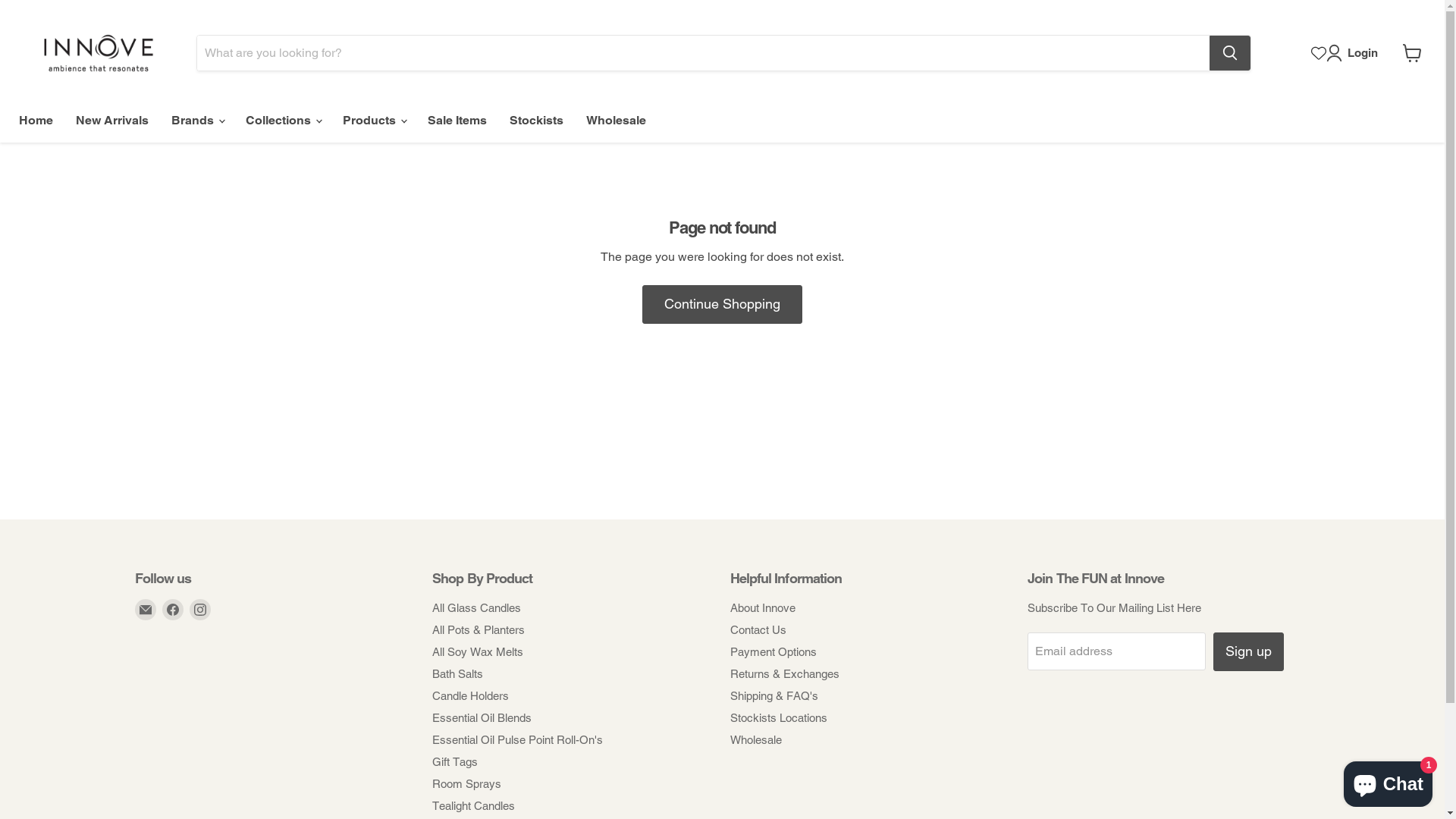 This screenshot has width=1456, height=819. What do you see at coordinates (1339, 780) in the screenshot?
I see `'Shopify online store chat'` at bounding box center [1339, 780].